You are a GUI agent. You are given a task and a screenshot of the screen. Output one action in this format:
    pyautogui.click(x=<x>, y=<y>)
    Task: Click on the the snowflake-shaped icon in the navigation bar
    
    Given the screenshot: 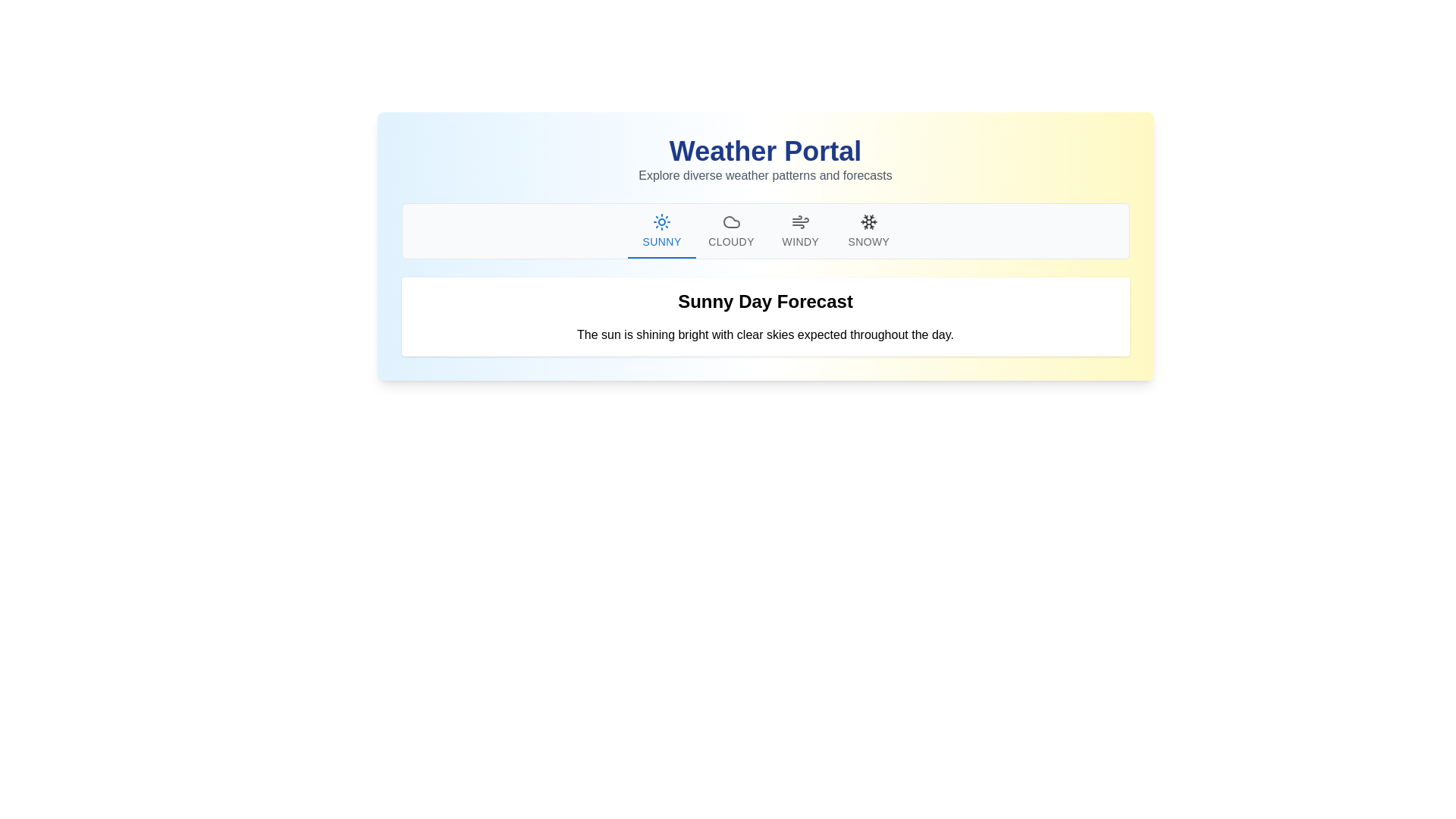 What is the action you would take?
    pyautogui.click(x=868, y=222)
    